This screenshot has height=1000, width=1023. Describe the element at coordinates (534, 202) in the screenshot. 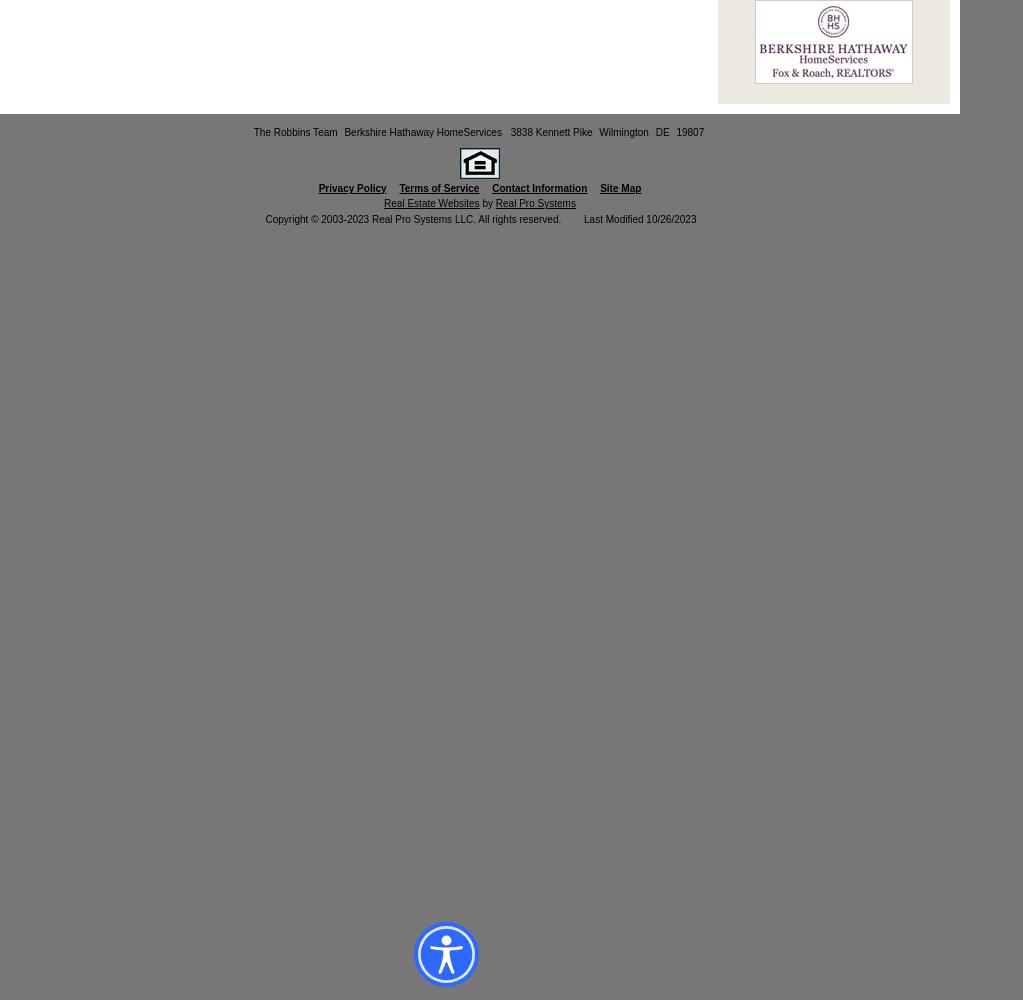

I see `'Real Pro Systems'` at that location.